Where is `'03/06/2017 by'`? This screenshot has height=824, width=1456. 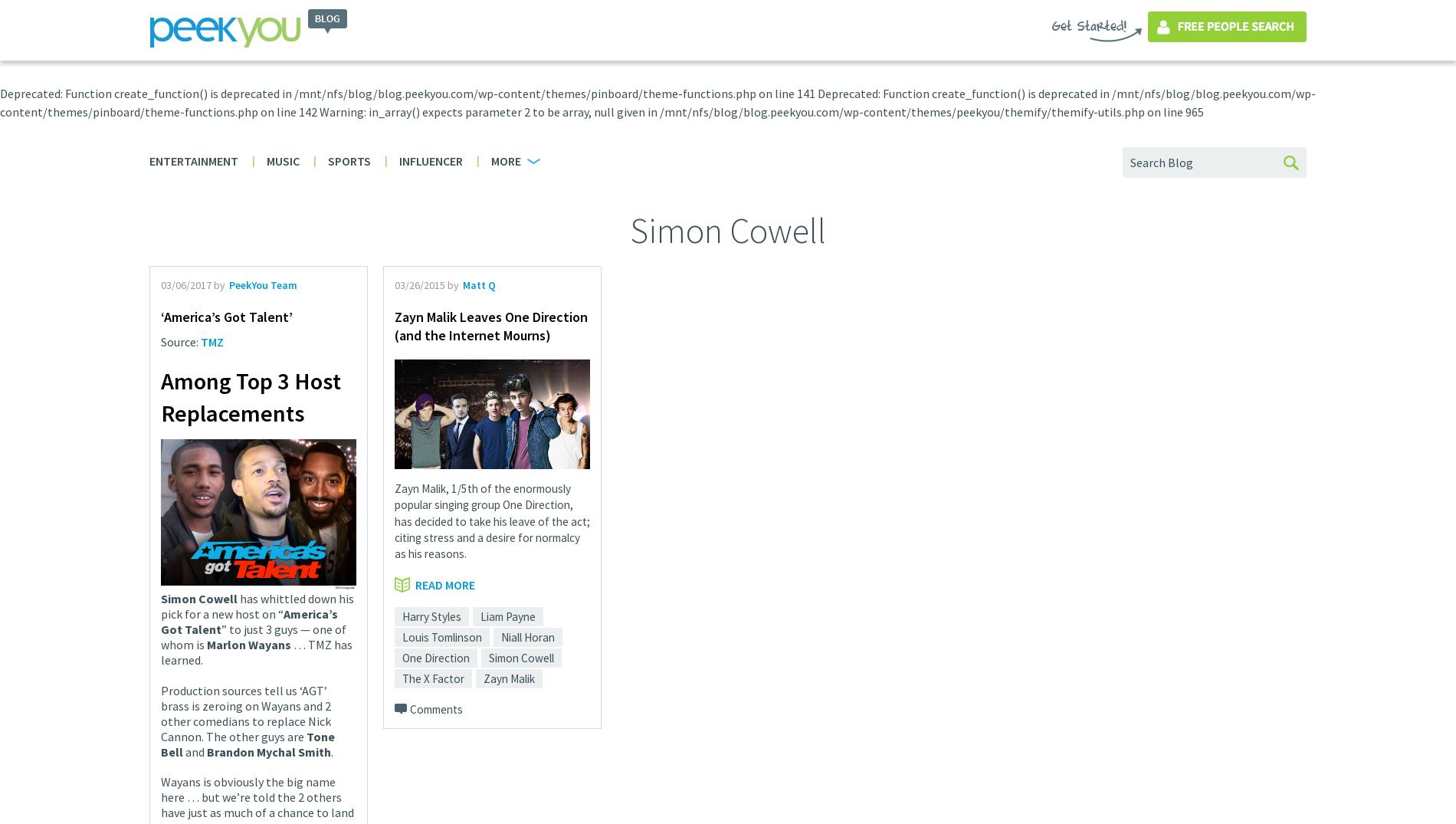 '03/06/2017 by' is located at coordinates (192, 284).